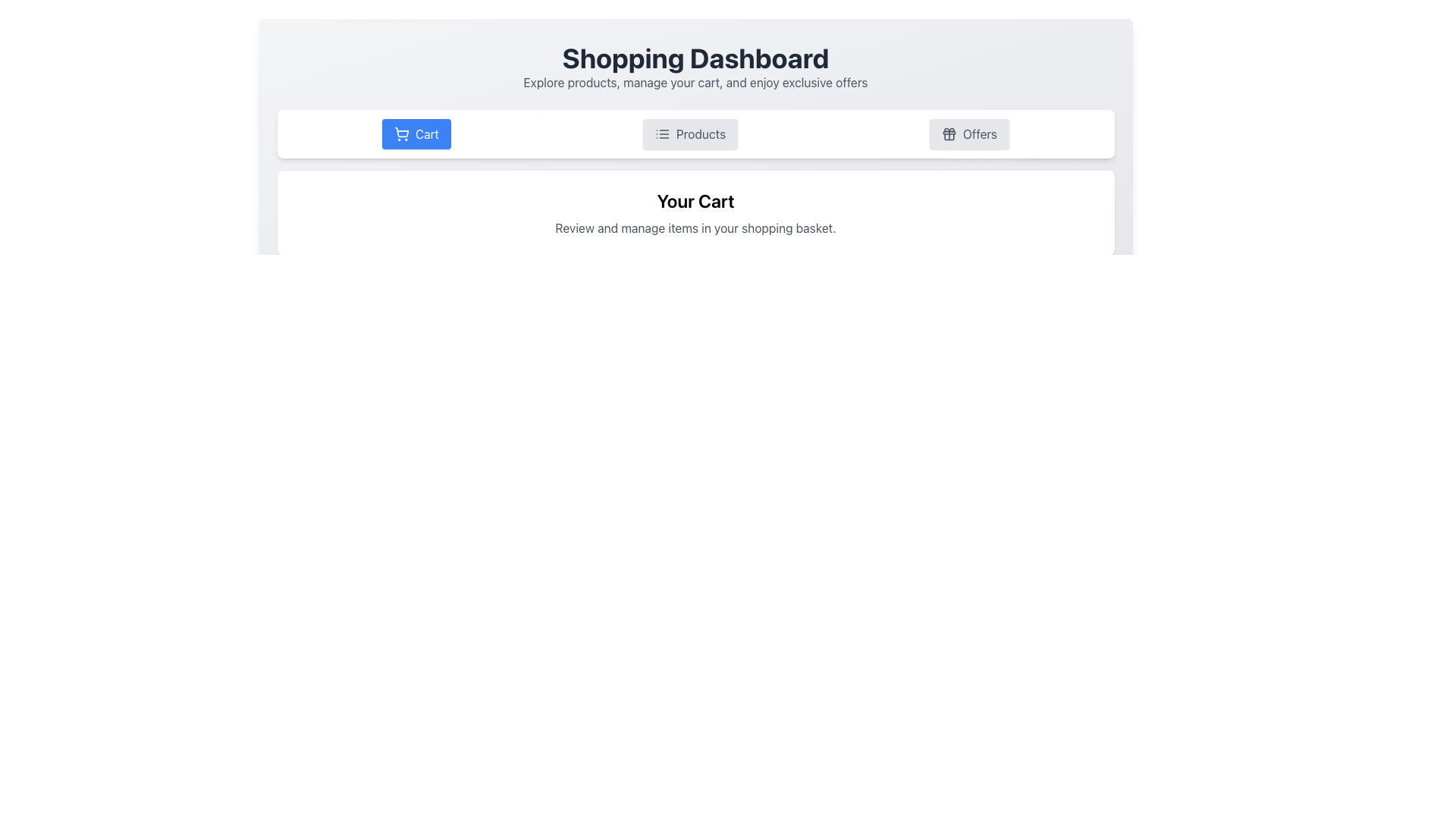 Image resolution: width=1456 pixels, height=819 pixels. Describe the element at coordinates (700, 133) in the screenshot. I see `the 'Products' text label within the button component` at that location.